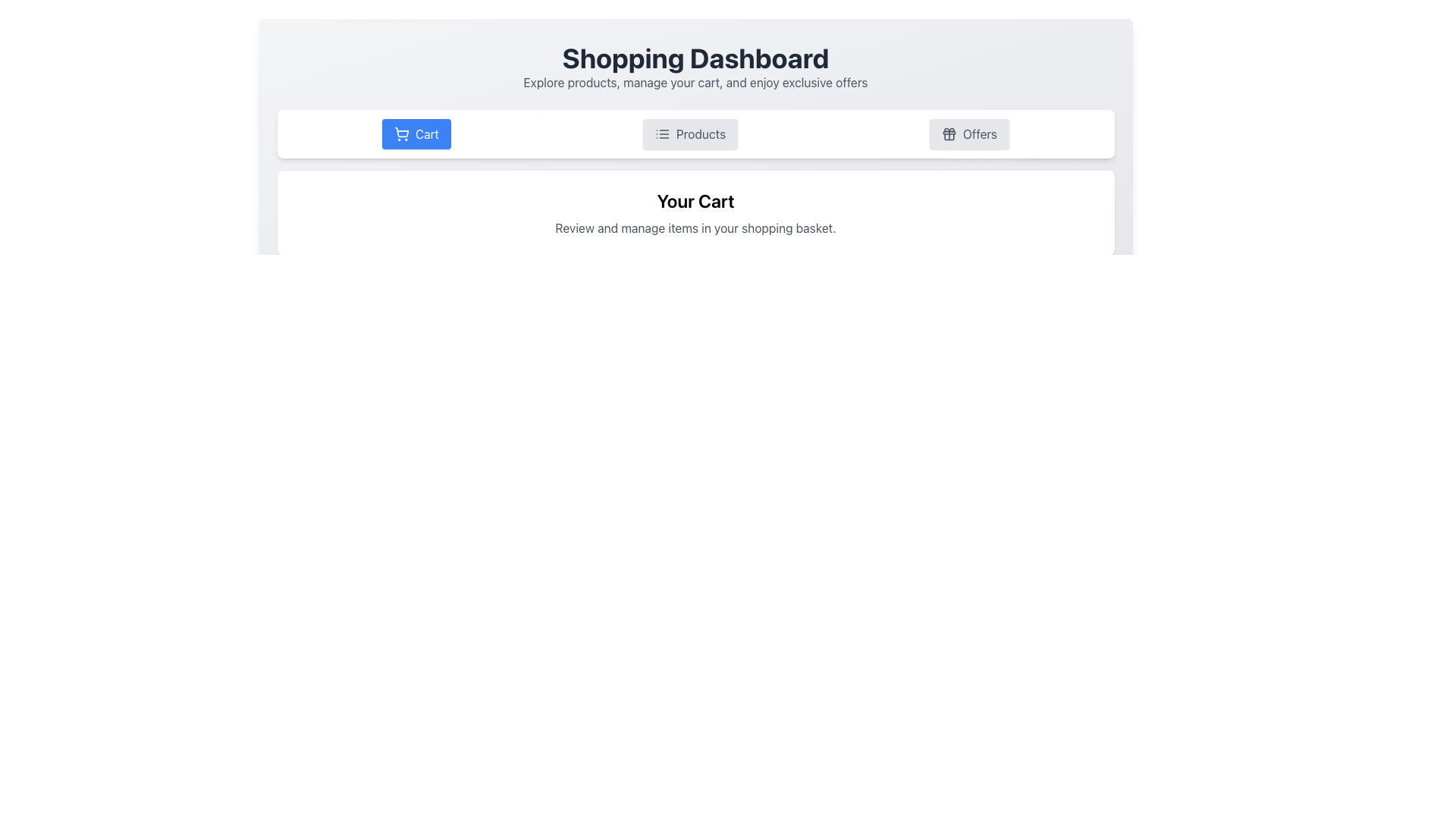 Image resolution: width=1456 pixels, height=819 pixels. Describe the element at coordinates (700, 133) in the screenshot. I see `the 'Products' text label within the button component` at that location.